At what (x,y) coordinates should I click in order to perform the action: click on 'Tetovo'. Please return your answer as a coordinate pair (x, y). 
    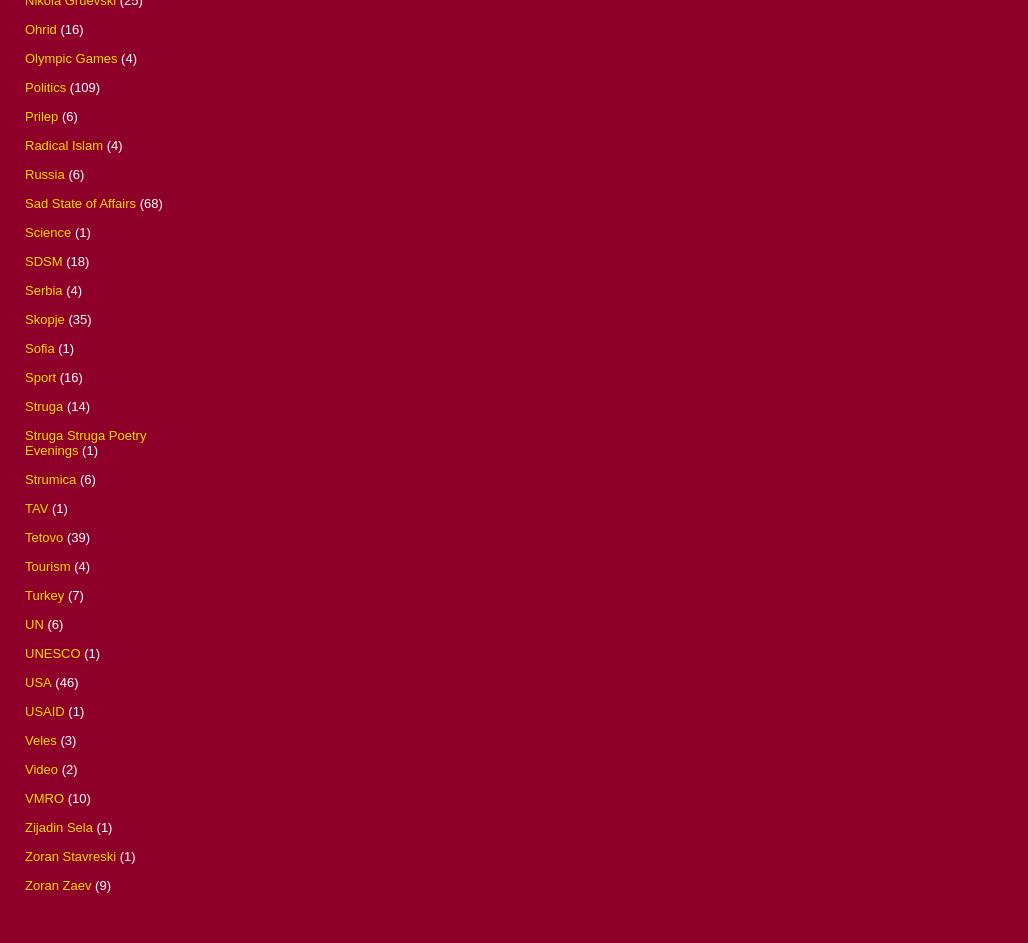
    Looking at the image, I should click on (43, 536).